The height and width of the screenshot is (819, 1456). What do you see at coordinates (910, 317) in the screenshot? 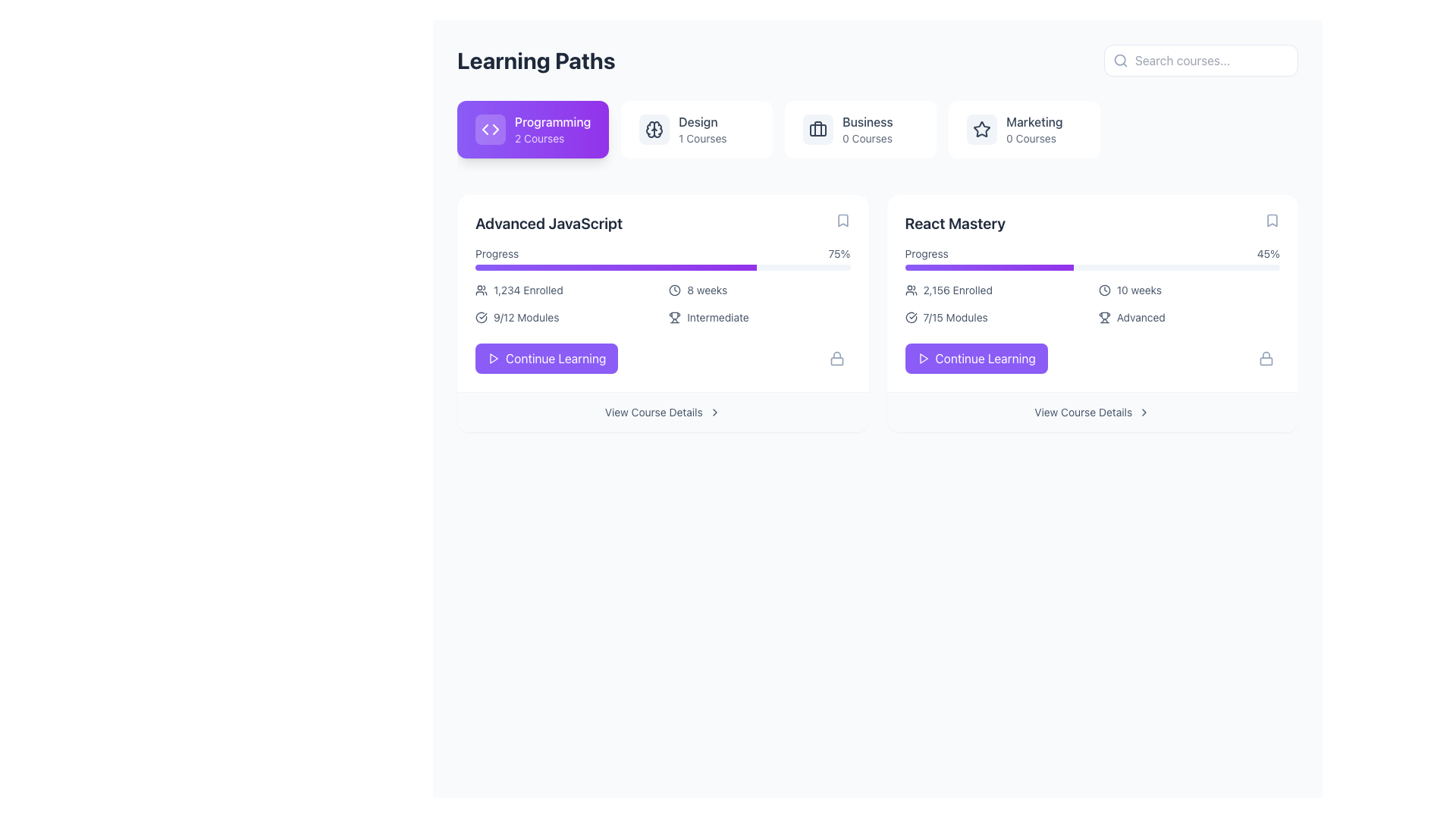
I see `the visual indication of the status or completion state represented by the graphical element within the icon located at the top-right corner of the 'React Mastery' card` at bounding box center [910, 317].